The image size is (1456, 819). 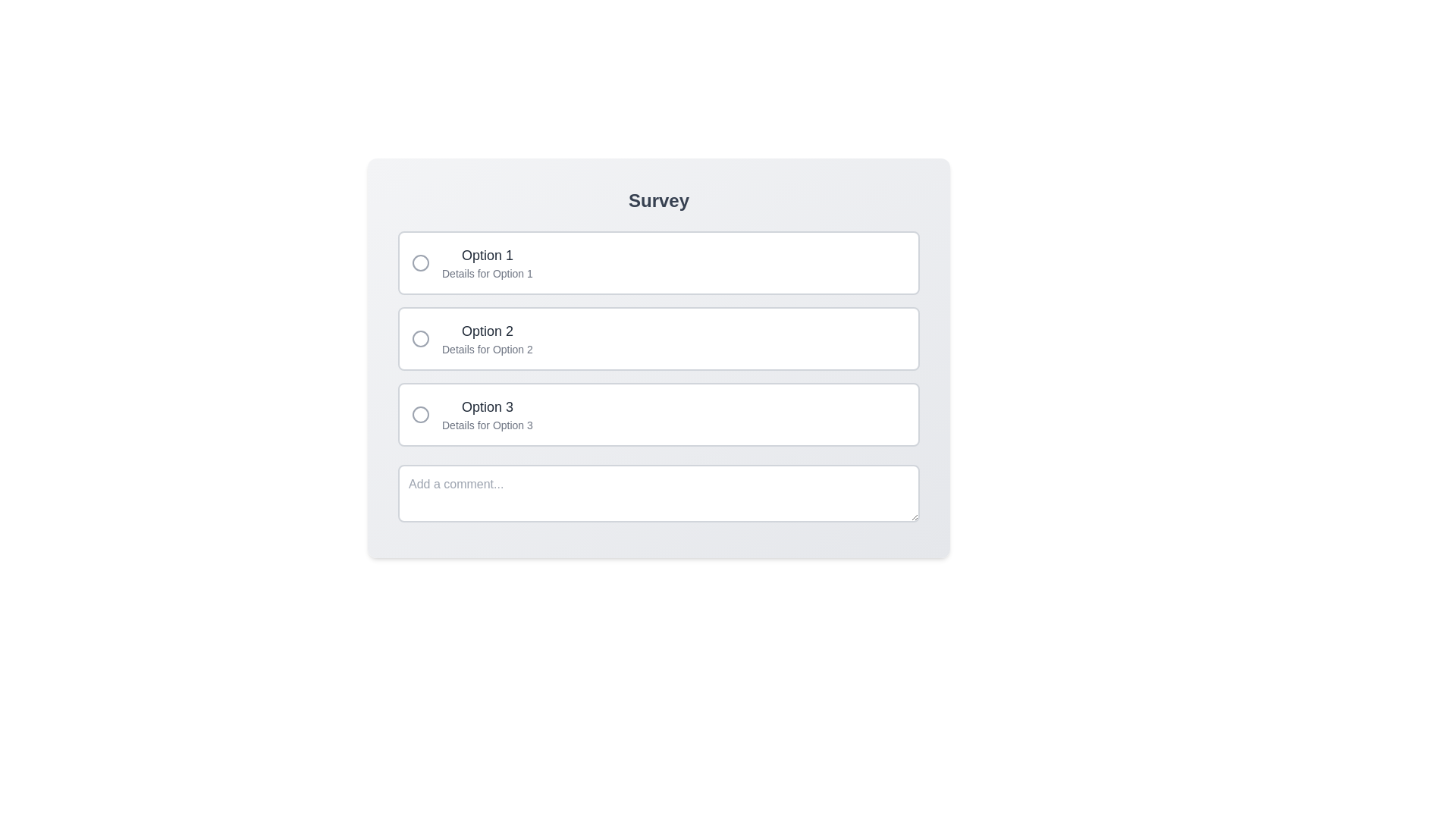 I want to click on the second selectable list item within the survey, so click(x=658, y=338).